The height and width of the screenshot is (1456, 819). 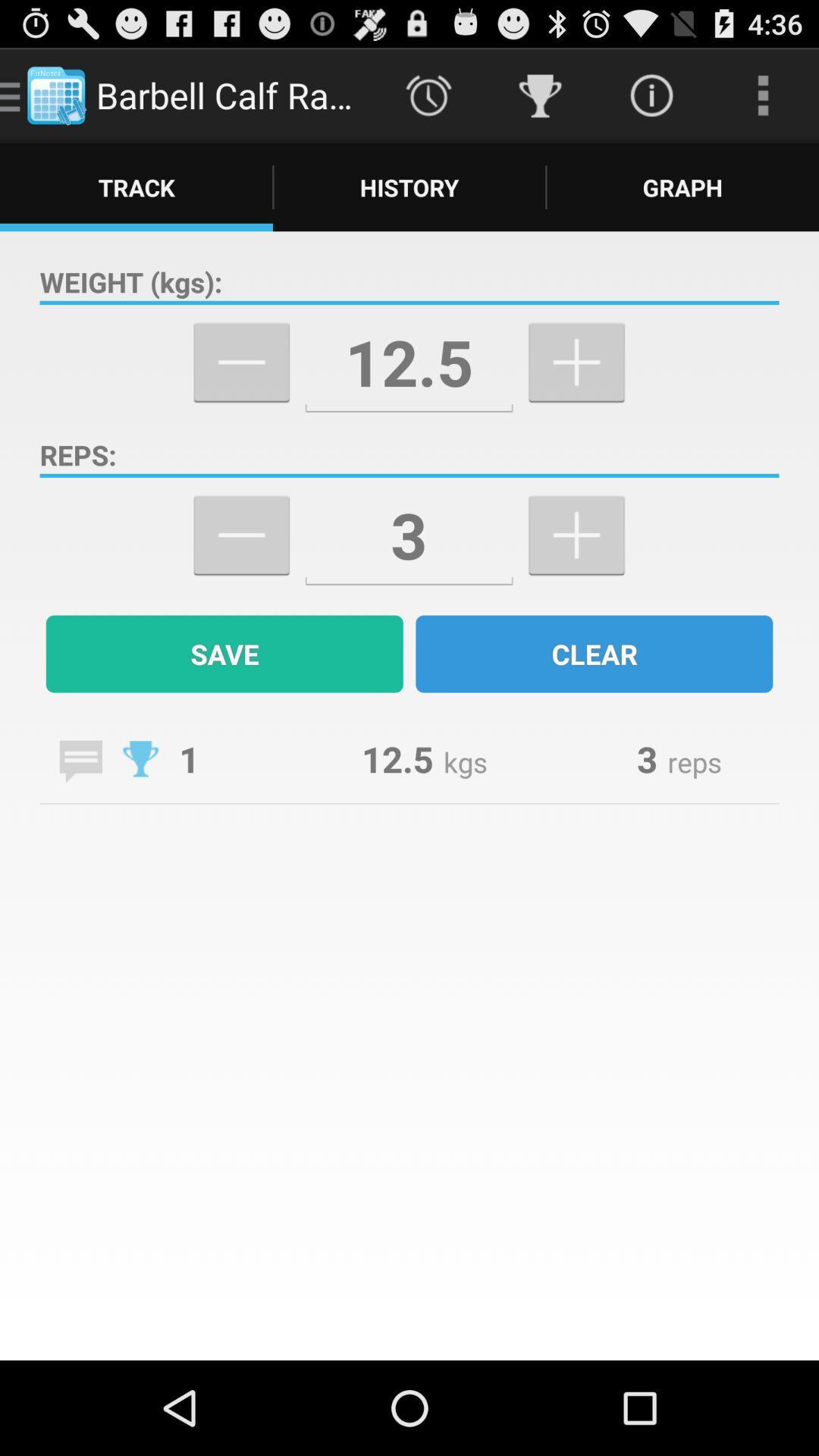 What do you see at coordinates (140, 758) in the screenshot?
I see `open trophies` at bounding box center [140, 758].